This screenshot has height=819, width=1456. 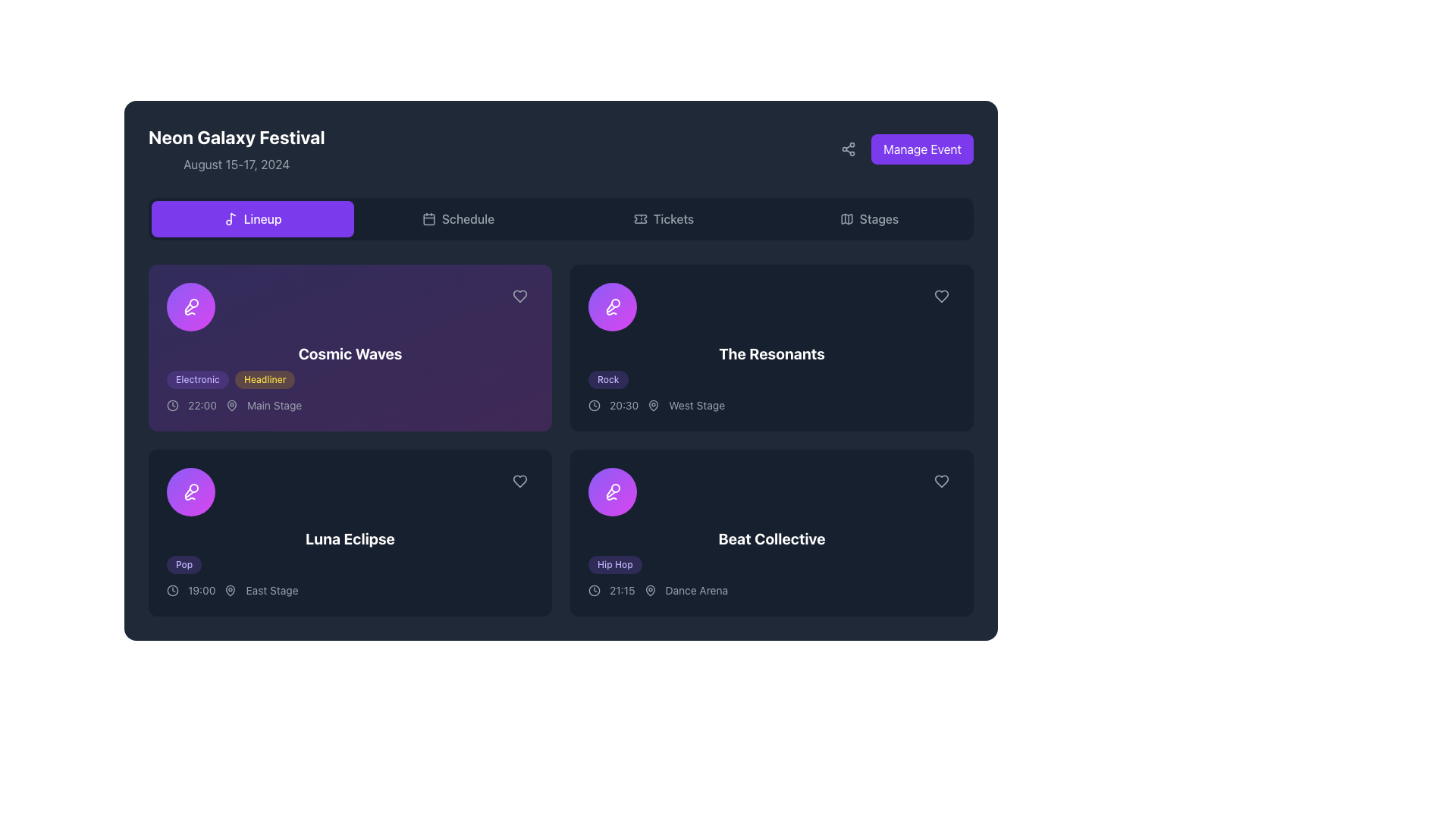 I want to click on the heart-shaped icon button in the top-right corner of the card for 'The Resonants' band to mark or unmark it as a favorite, so click(x=941, y=296).